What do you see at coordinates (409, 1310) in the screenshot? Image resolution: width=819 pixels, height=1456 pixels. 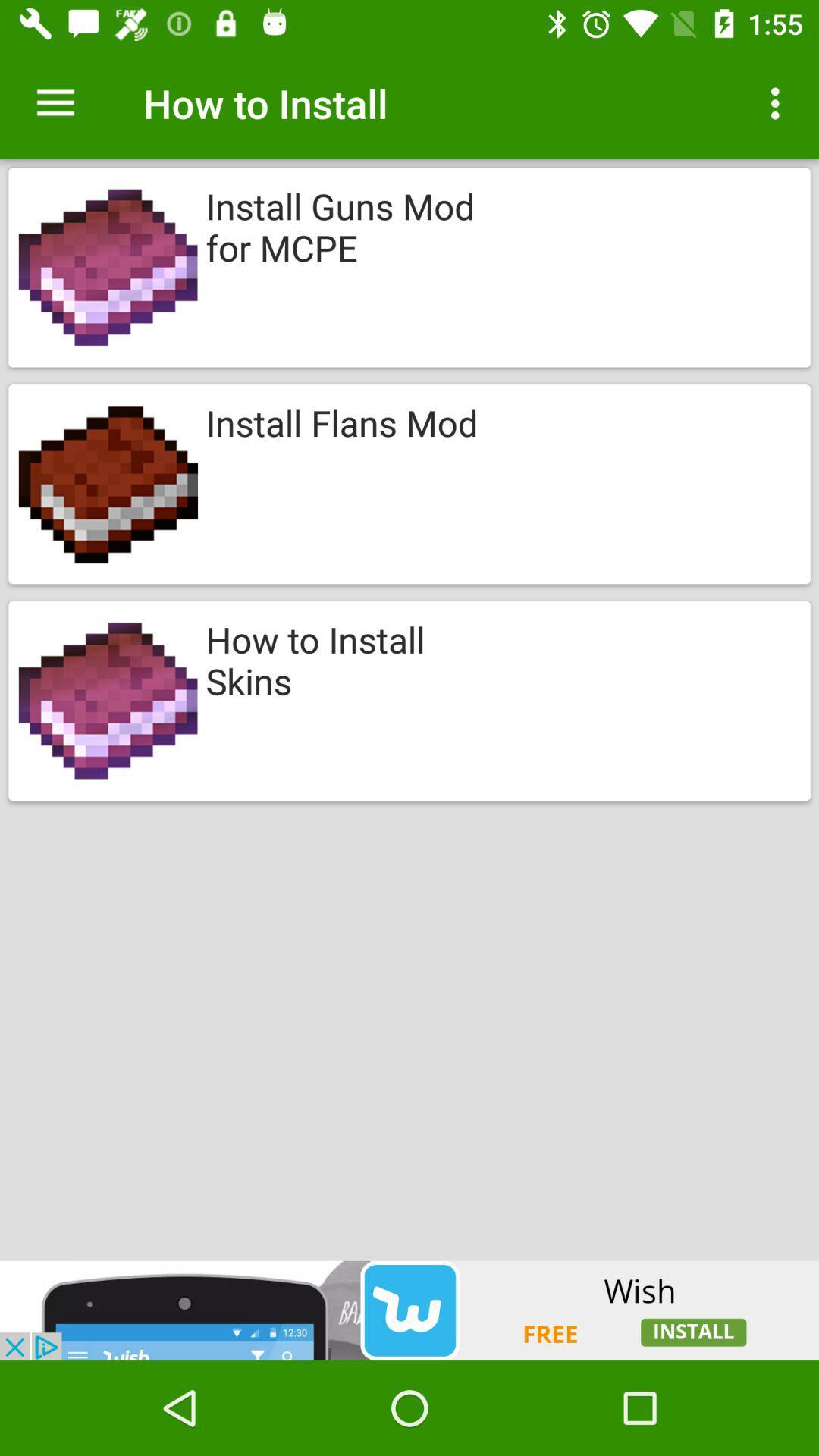 I see `get the wish ap` at bounding box center [409, 1310].